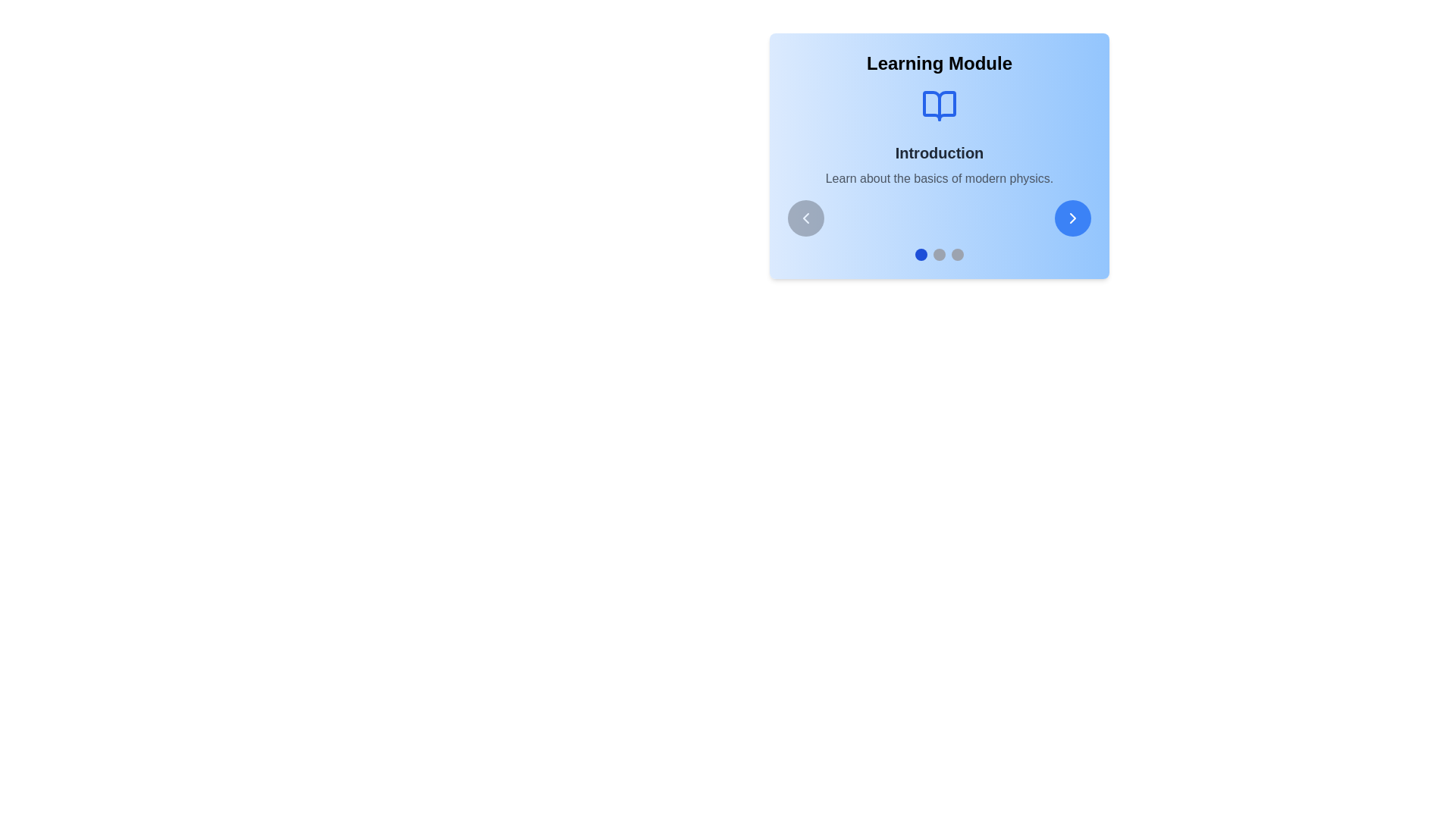 Image resolution: width=1456 pixels, height=819 pixels. I want to click on the second circular progress indicator in the navigation sequence to interact with it, if it is active, so click(938, 253).